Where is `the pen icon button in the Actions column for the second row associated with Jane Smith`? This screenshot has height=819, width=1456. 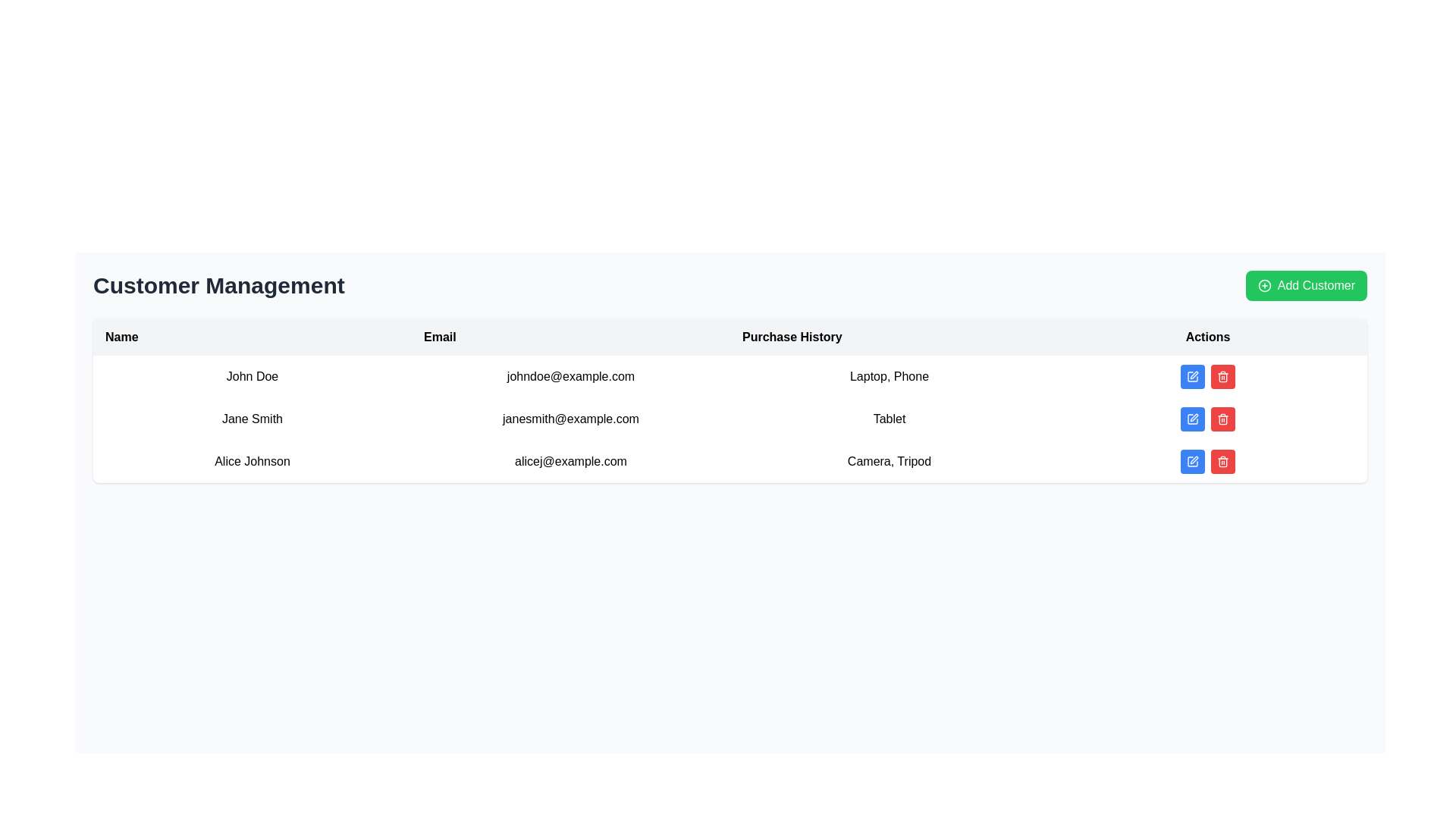 the pen icon button in the Actions column for the second row associated with Jane Smith is located at coordinates (1192, 419).